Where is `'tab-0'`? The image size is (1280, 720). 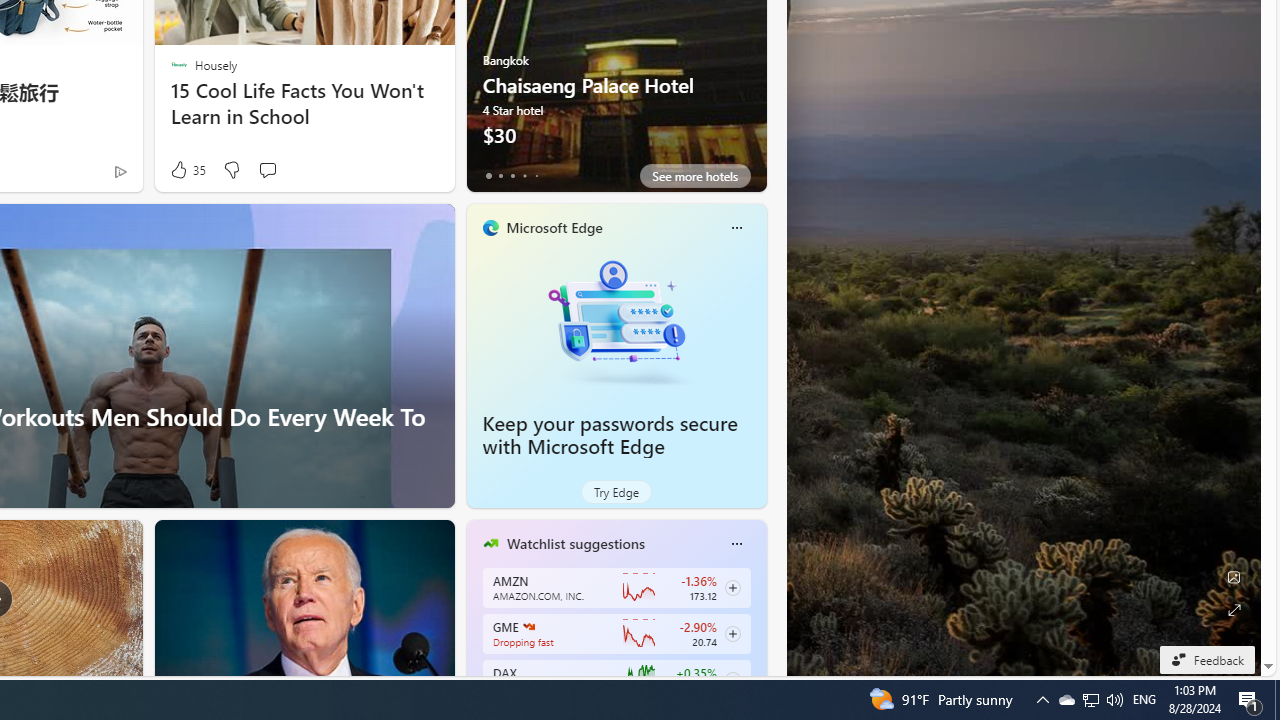 'tab-0' is located at coordinates (488, 175).